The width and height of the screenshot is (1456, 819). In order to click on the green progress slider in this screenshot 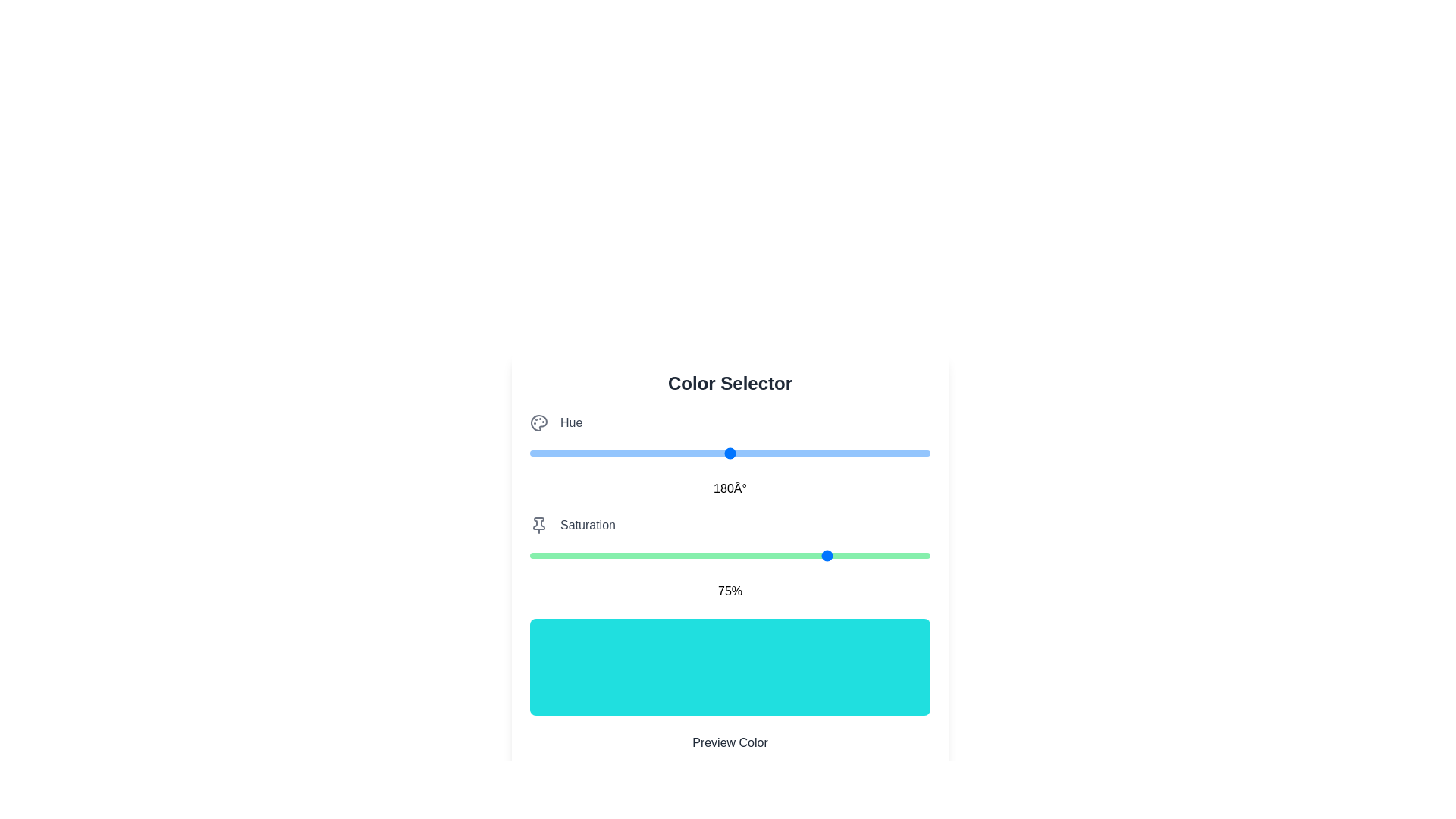, I will do `click(730, 555)`.